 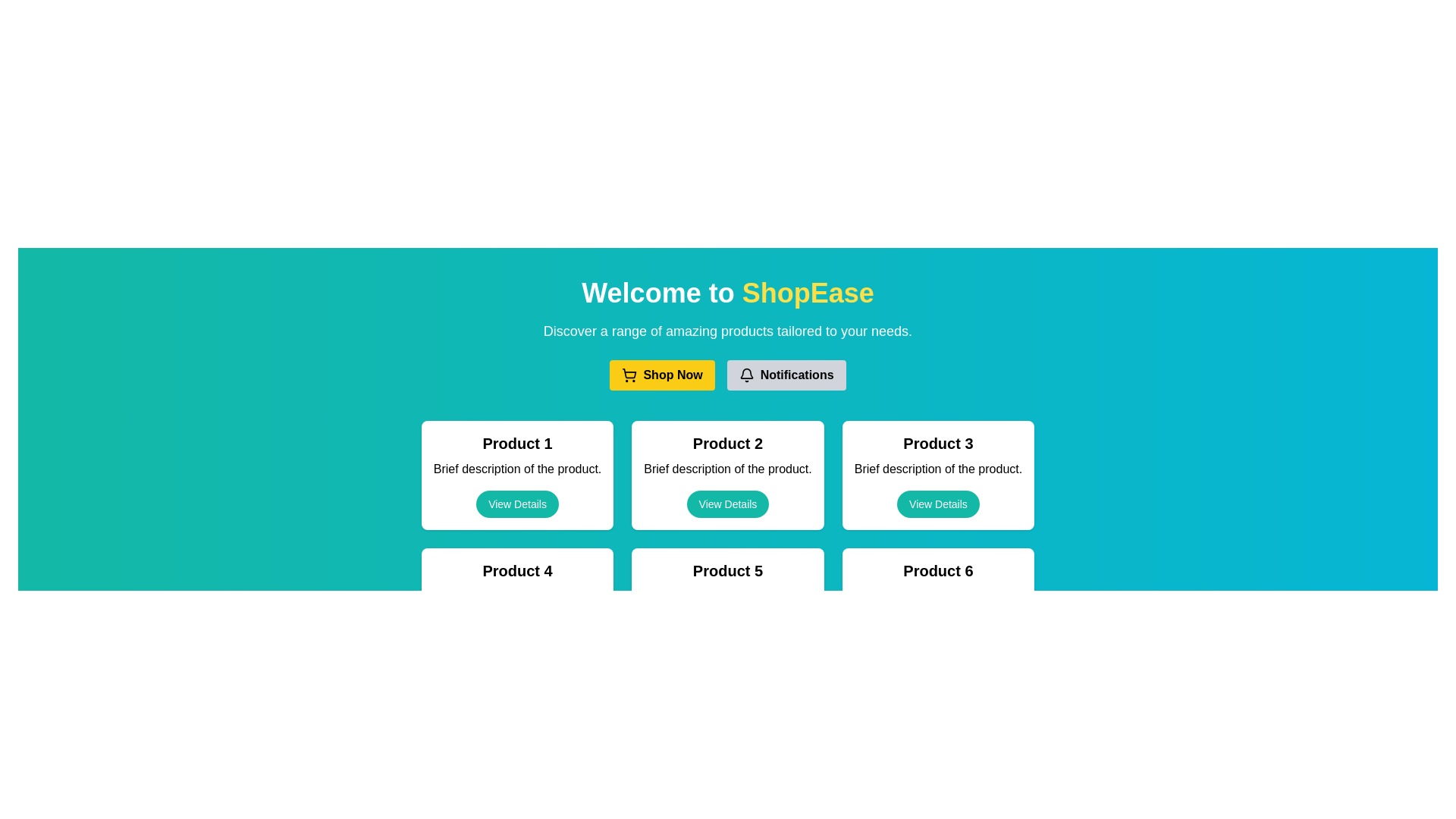 What do you see at coordinates (728, 444) in the screenshot?
I see `the text label that serves as the title for the second product card in the first row of the grid layout` at bounding box center [728, 444].